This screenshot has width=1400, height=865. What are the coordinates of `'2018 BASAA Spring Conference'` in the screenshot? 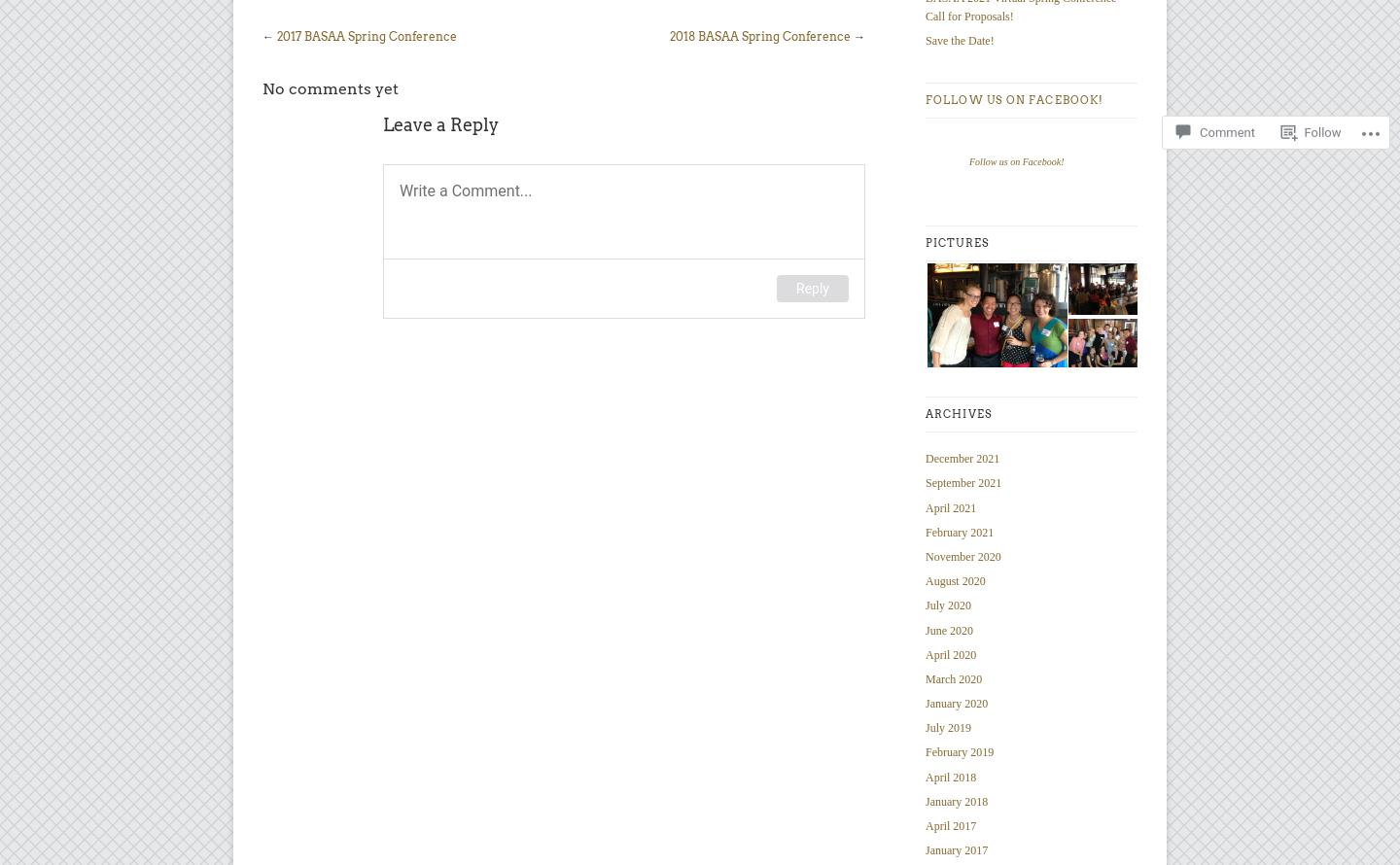 It's located at (670, 36).